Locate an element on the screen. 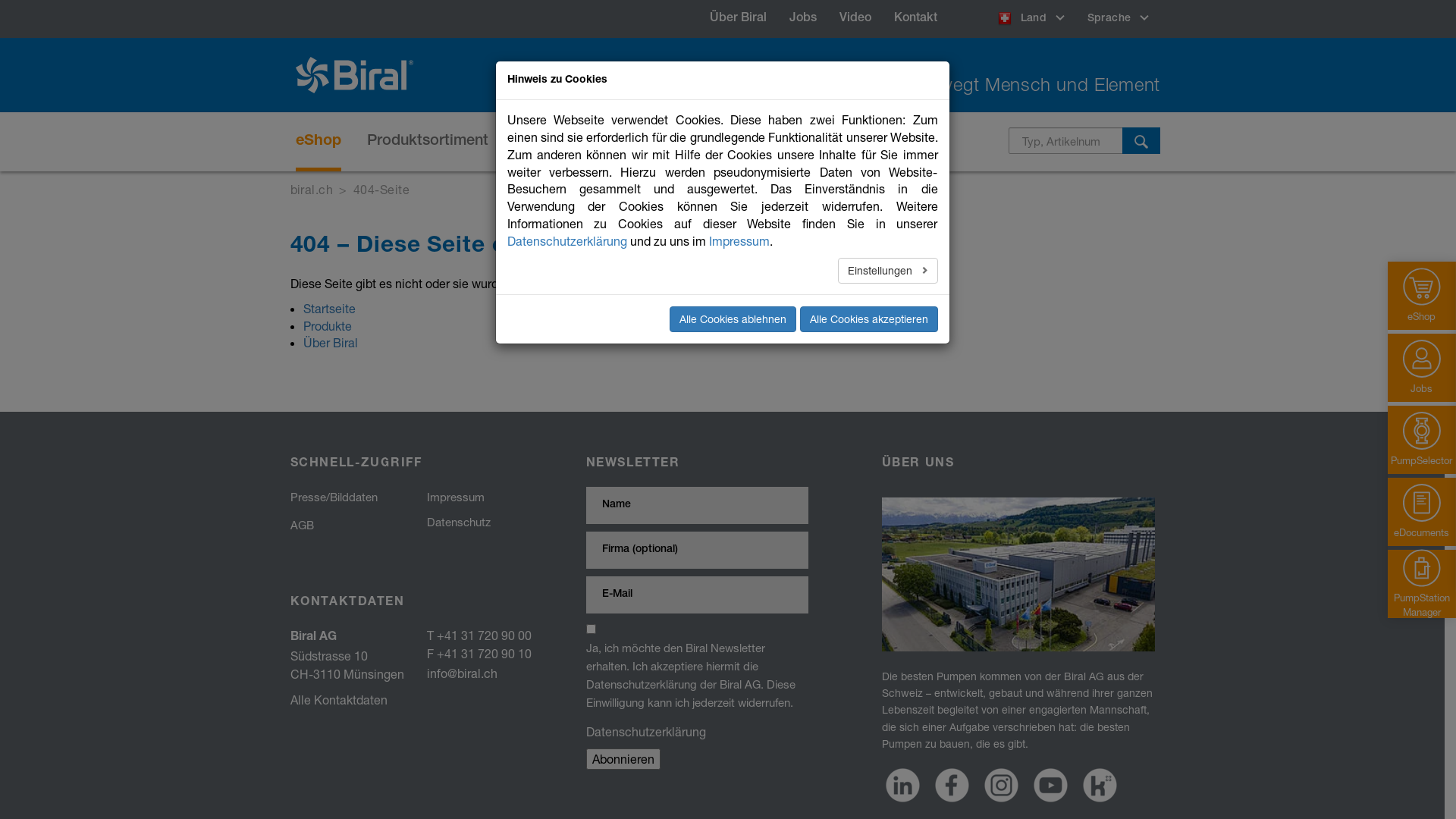 The image size is (1456, 819). 'Planungstools' is located at coordinates (715, 141).